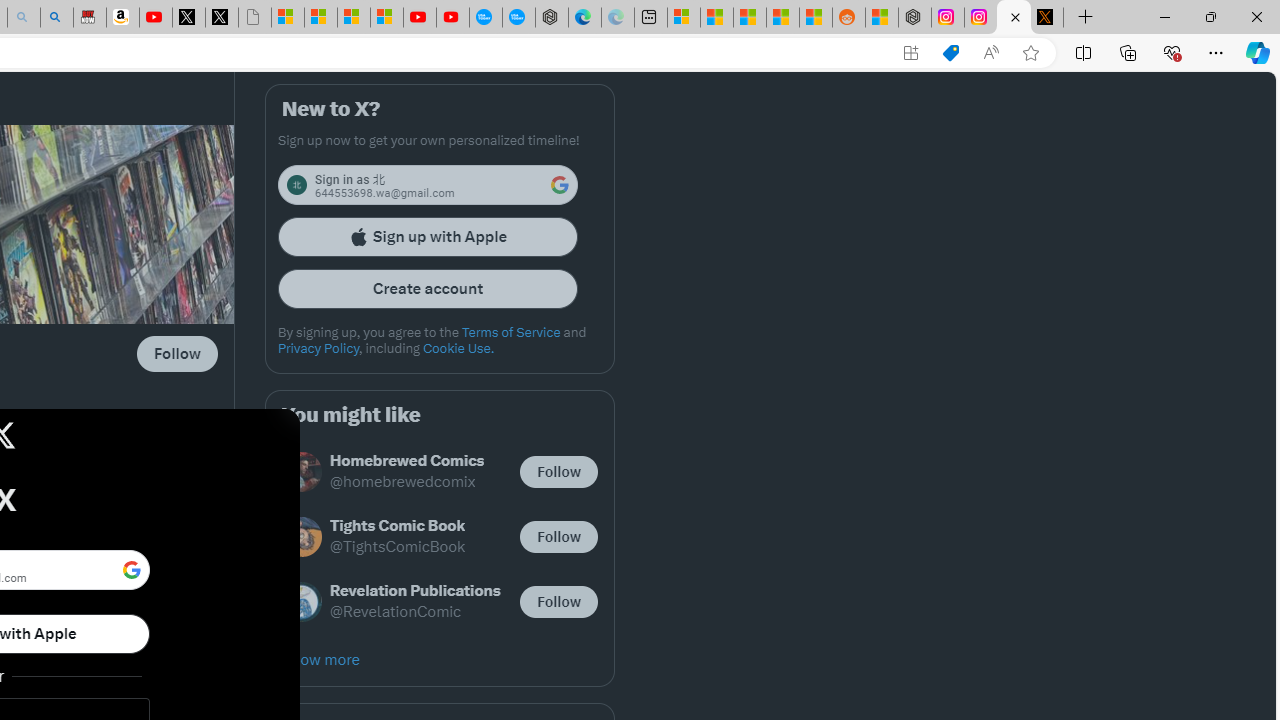  Describe the element at coordinates (950, 52) in the screenshot. I see `'Shopping in Microsoft Edge'` at that location.